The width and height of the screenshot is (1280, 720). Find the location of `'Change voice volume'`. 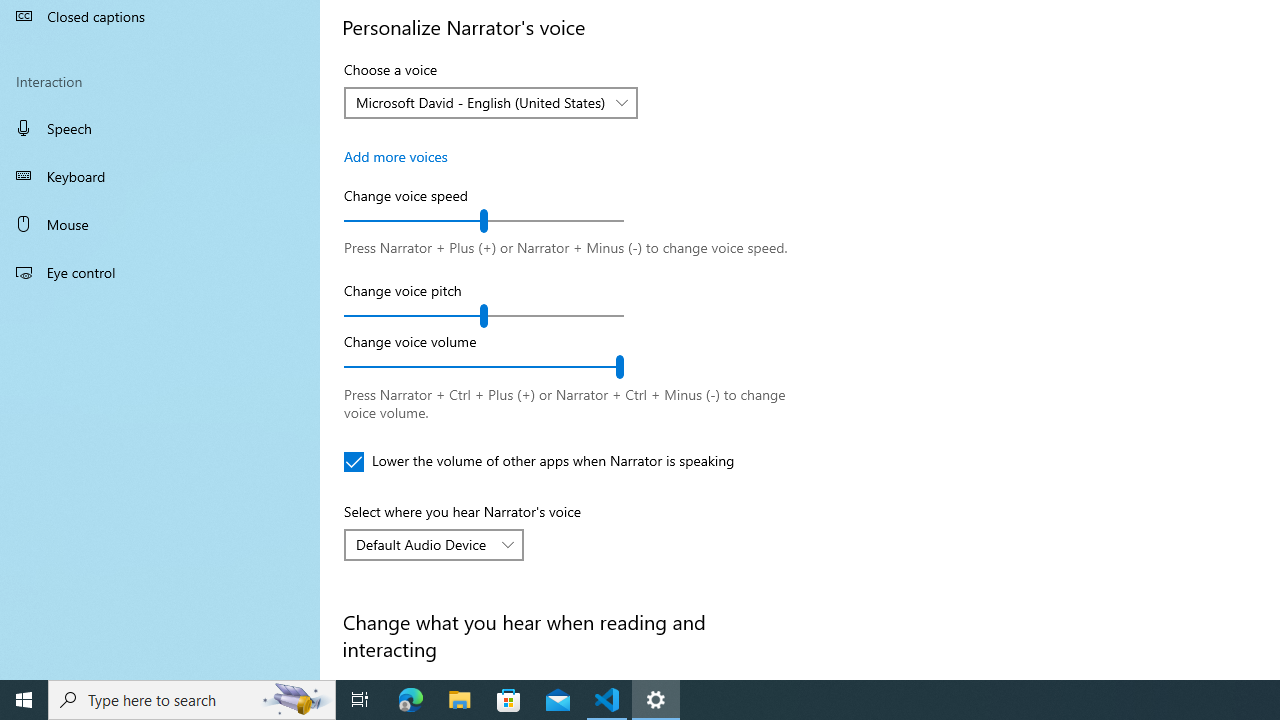

'Change voice volume' is located at coordinates (484, 367).